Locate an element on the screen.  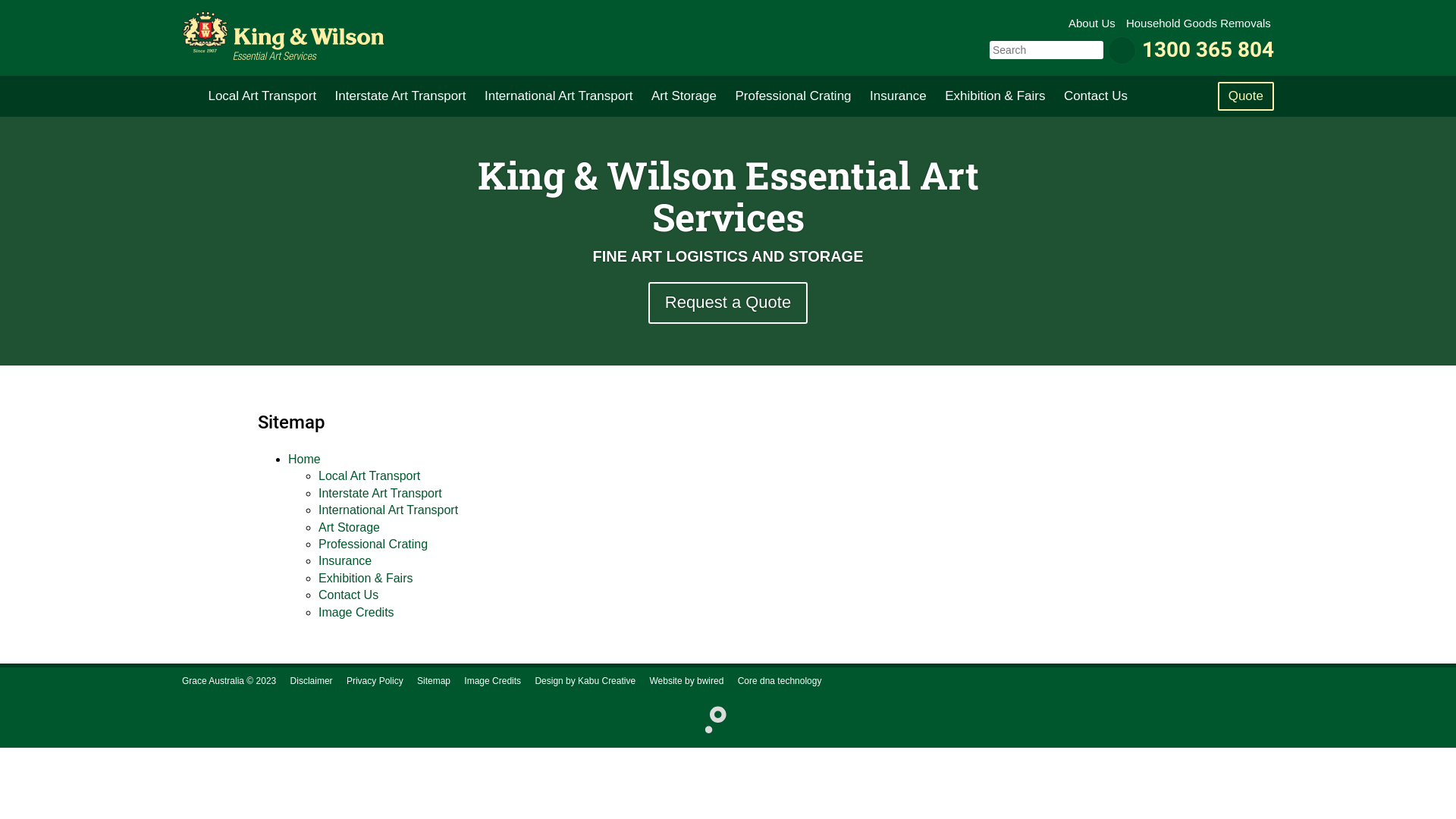
'Exhibition & Fairs' is located at coordinates (994, 96).